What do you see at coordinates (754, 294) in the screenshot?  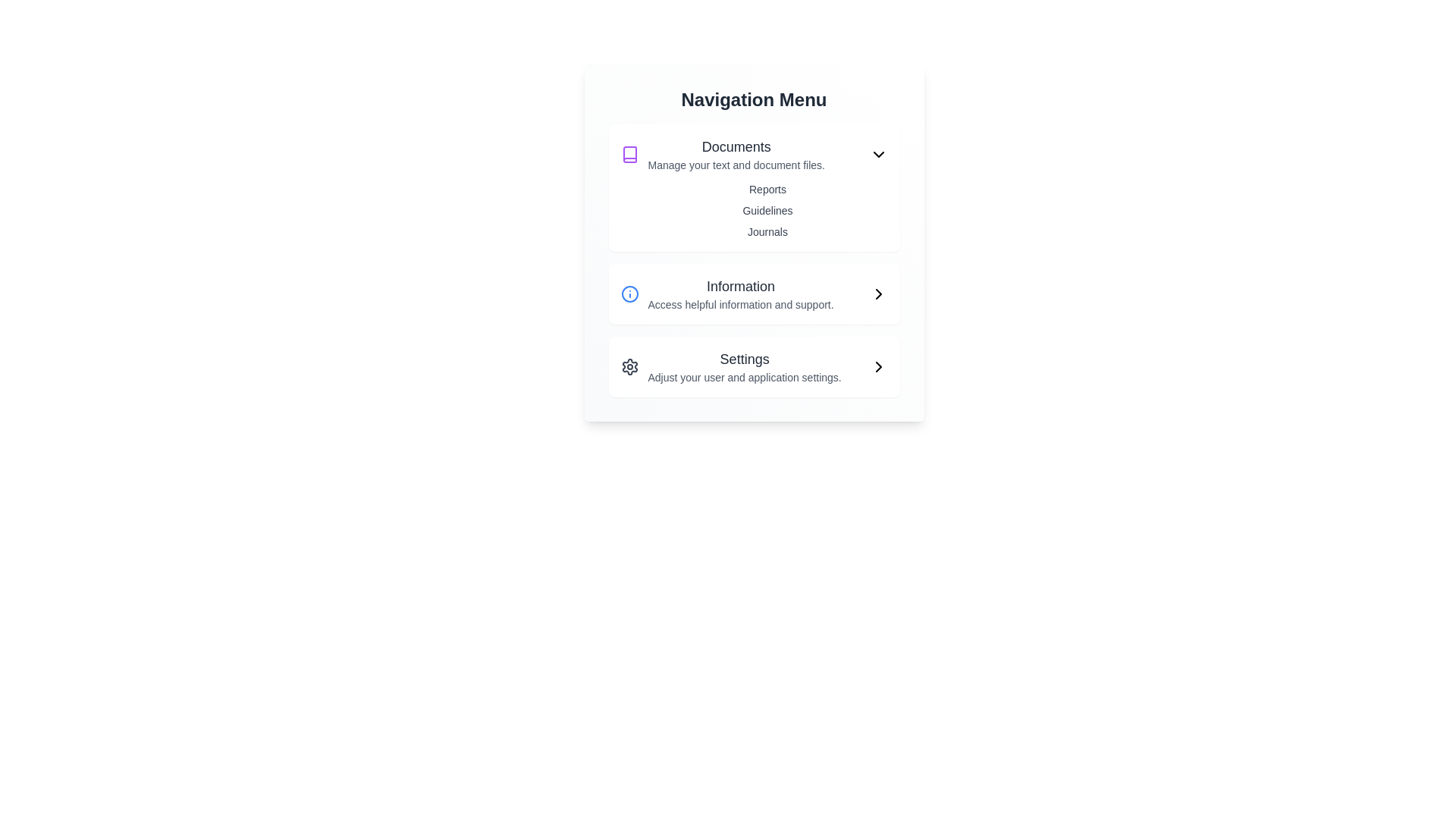 I see `the second interactive navigation link in the 'Navigation Menu' panel` at bounding box center [754, 294].